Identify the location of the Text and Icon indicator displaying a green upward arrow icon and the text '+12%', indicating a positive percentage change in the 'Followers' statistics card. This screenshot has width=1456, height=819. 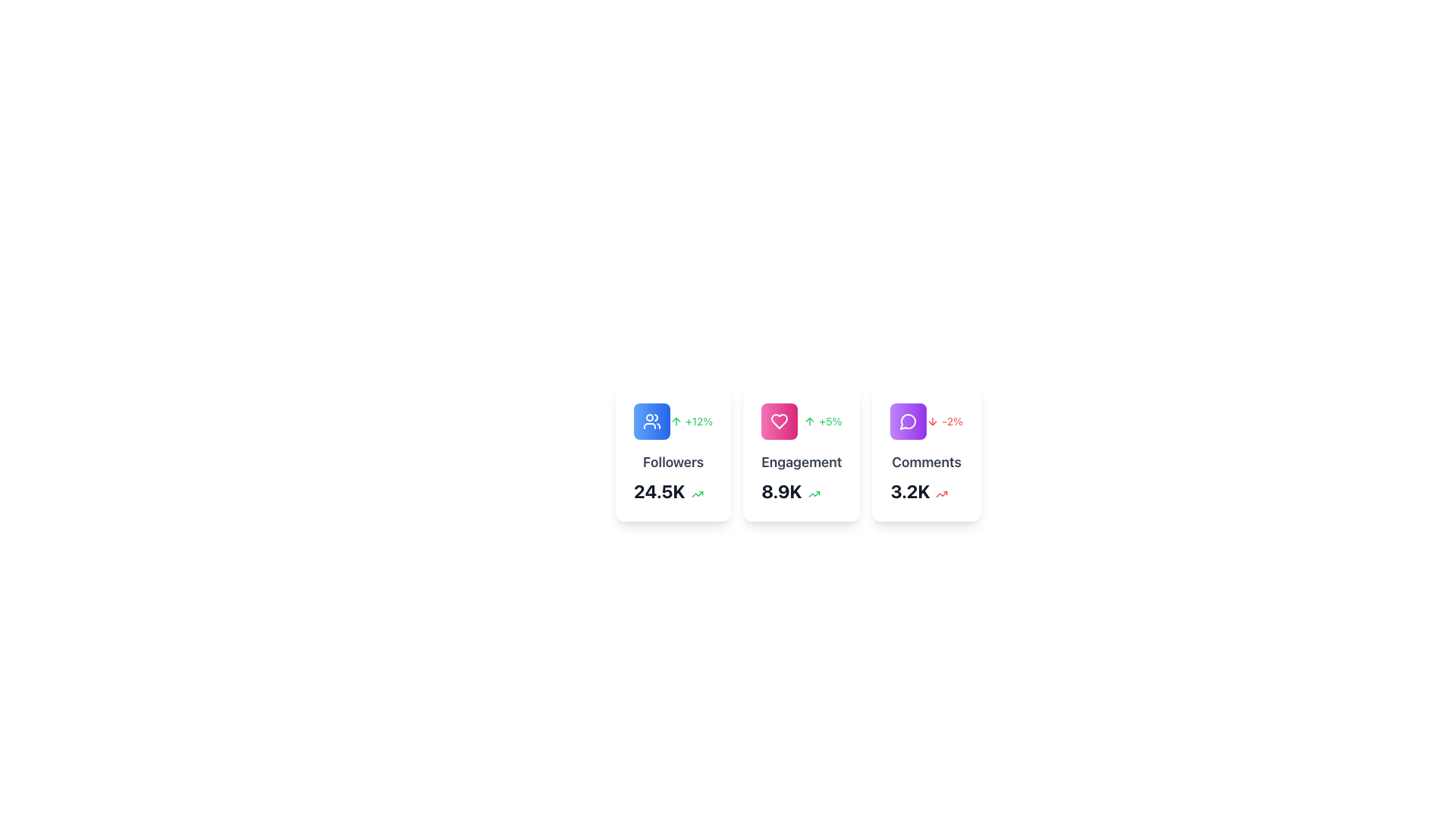
(673, 421).